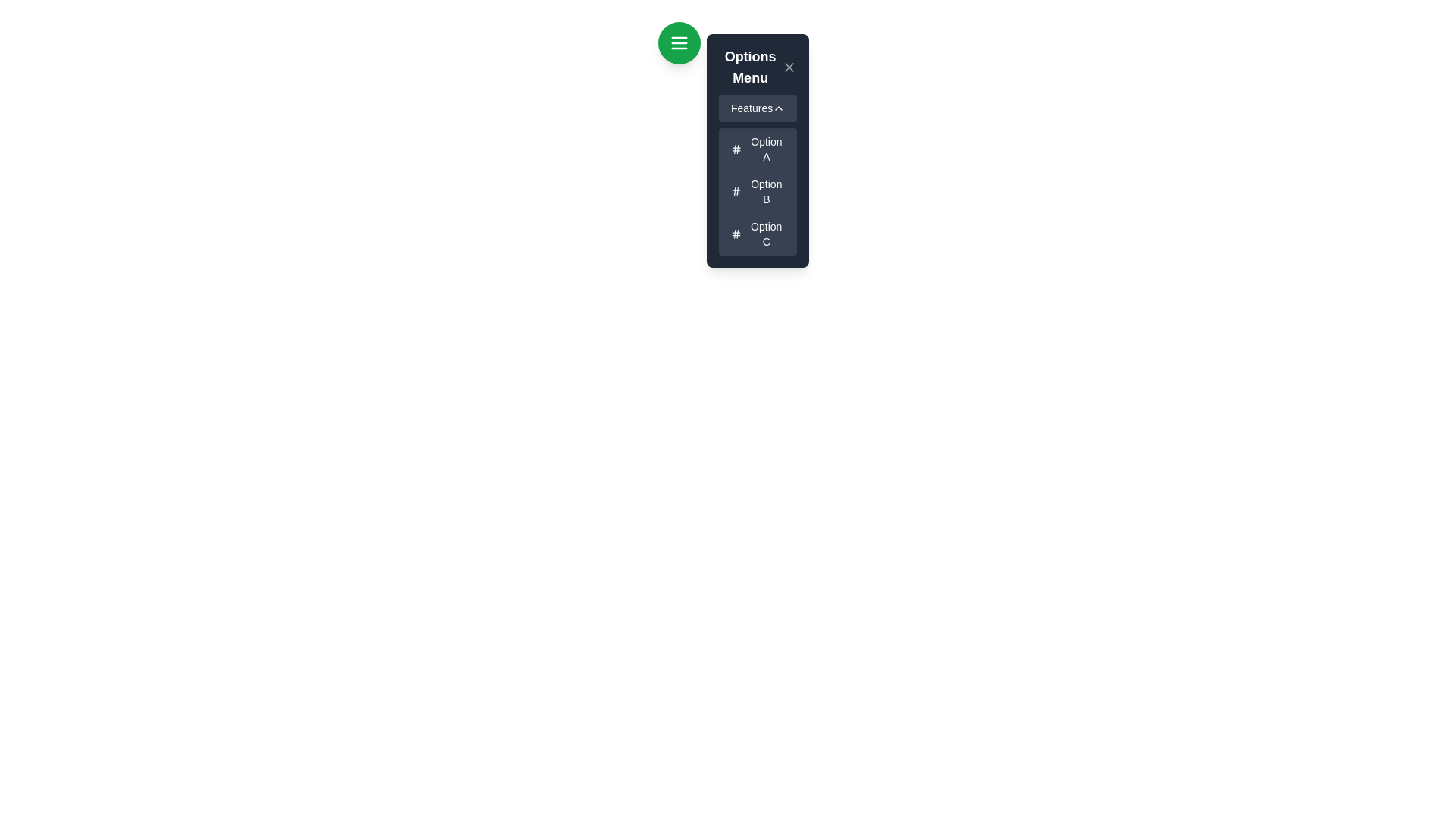 Image resolution: width=1456 pixels, height=819 pixels. Describe the element at coordinates (758, 149) in the screenshot. I see `the first menu option labeled 'Option A'` at that location.